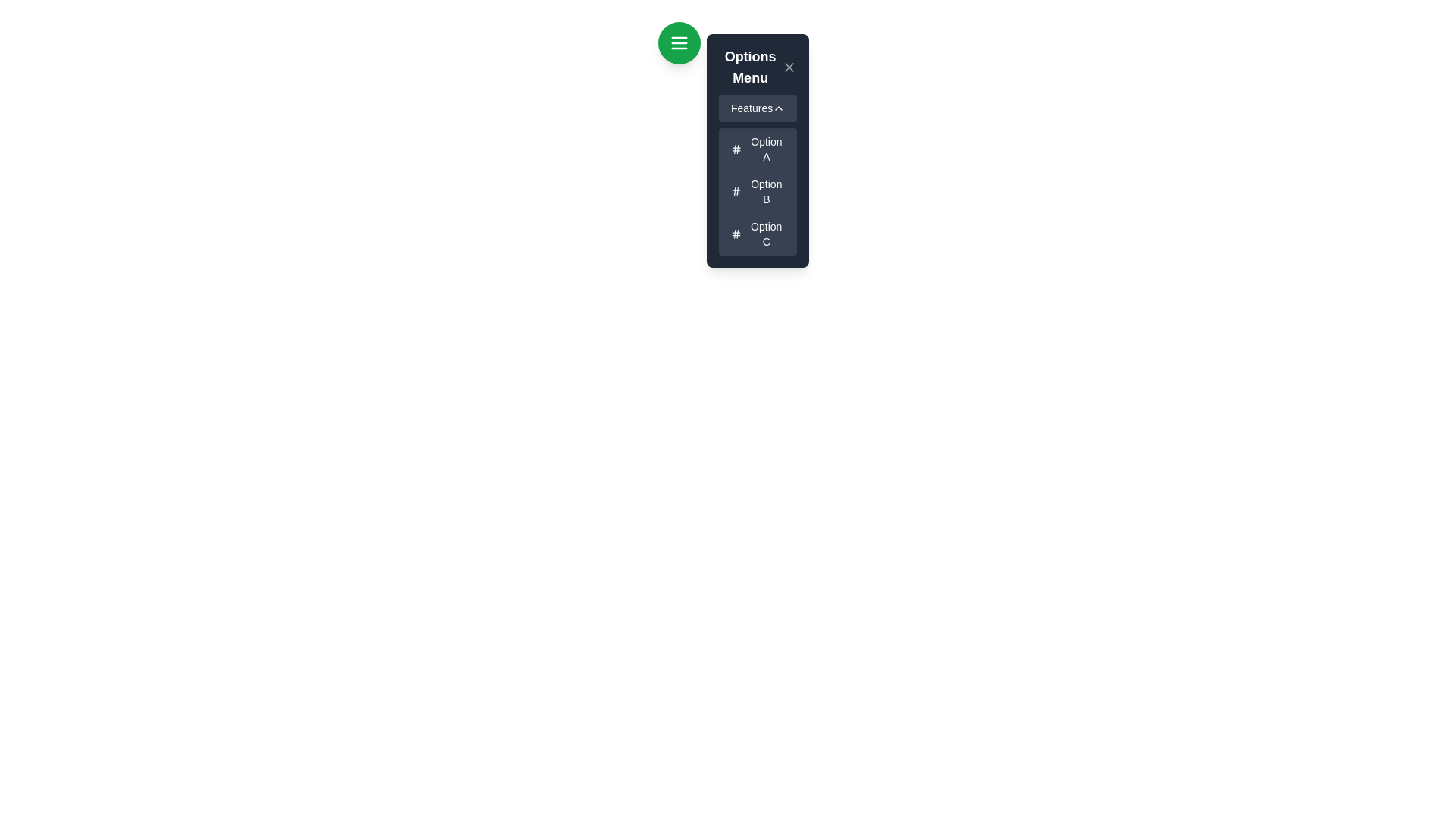 Image resolution: width=1456 pixels, height=819 pixels. Describe the element at coordinates (758, 149) in the screenshot. I see `the first menu option labeled 'Option A'` at that location.